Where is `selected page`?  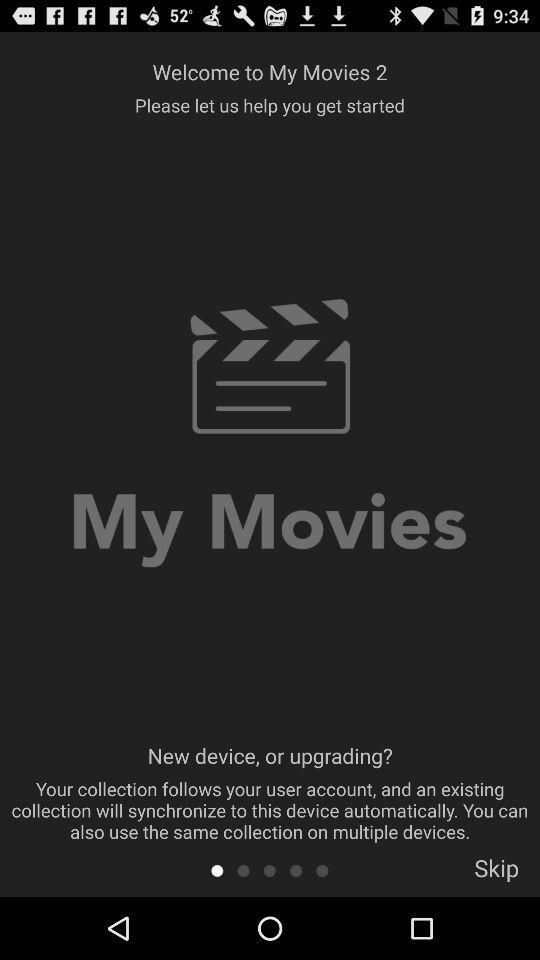 selected page is located at coordinates (295, 869).